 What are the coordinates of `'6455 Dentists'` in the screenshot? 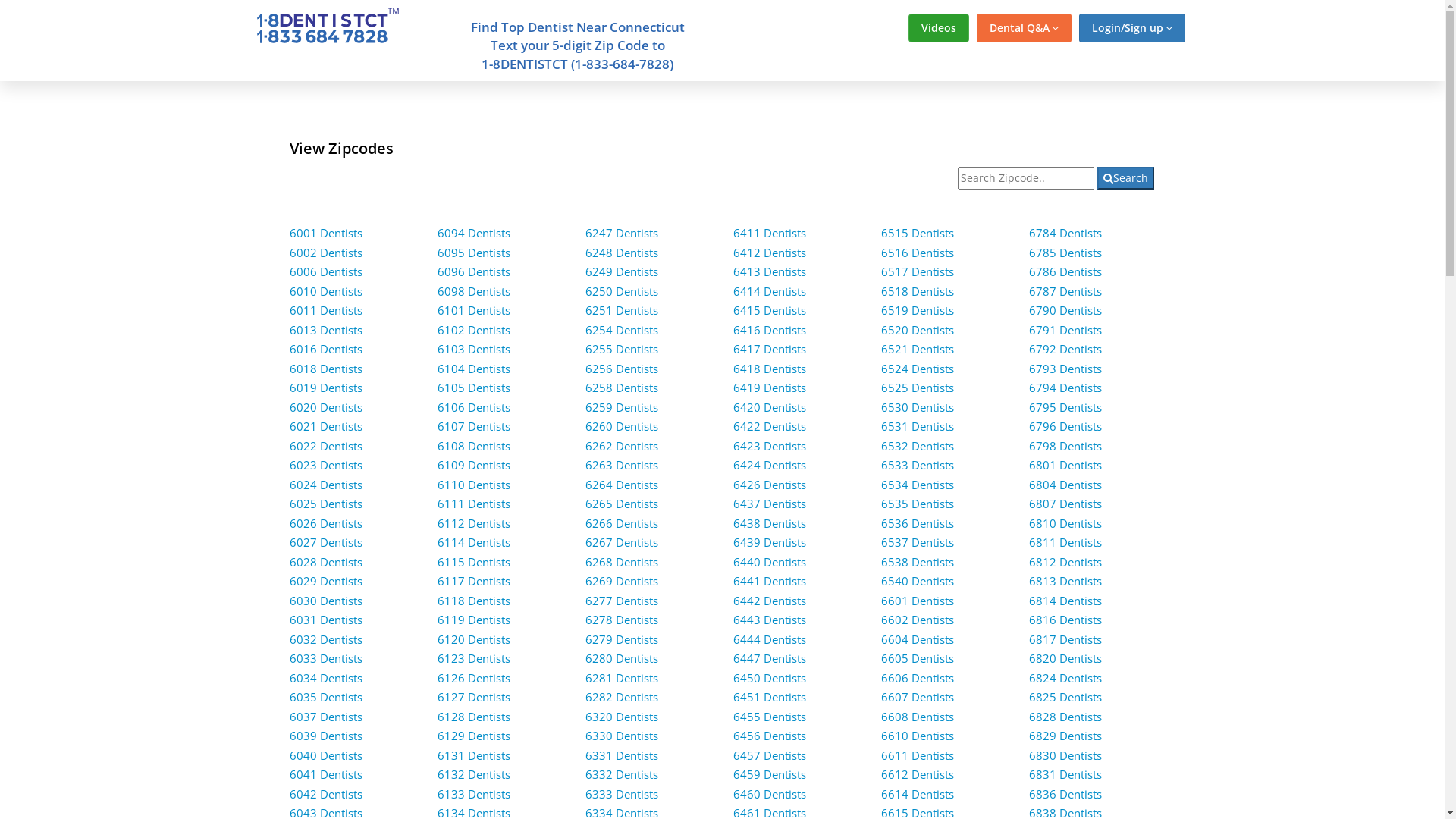 It's located at (769, 717).